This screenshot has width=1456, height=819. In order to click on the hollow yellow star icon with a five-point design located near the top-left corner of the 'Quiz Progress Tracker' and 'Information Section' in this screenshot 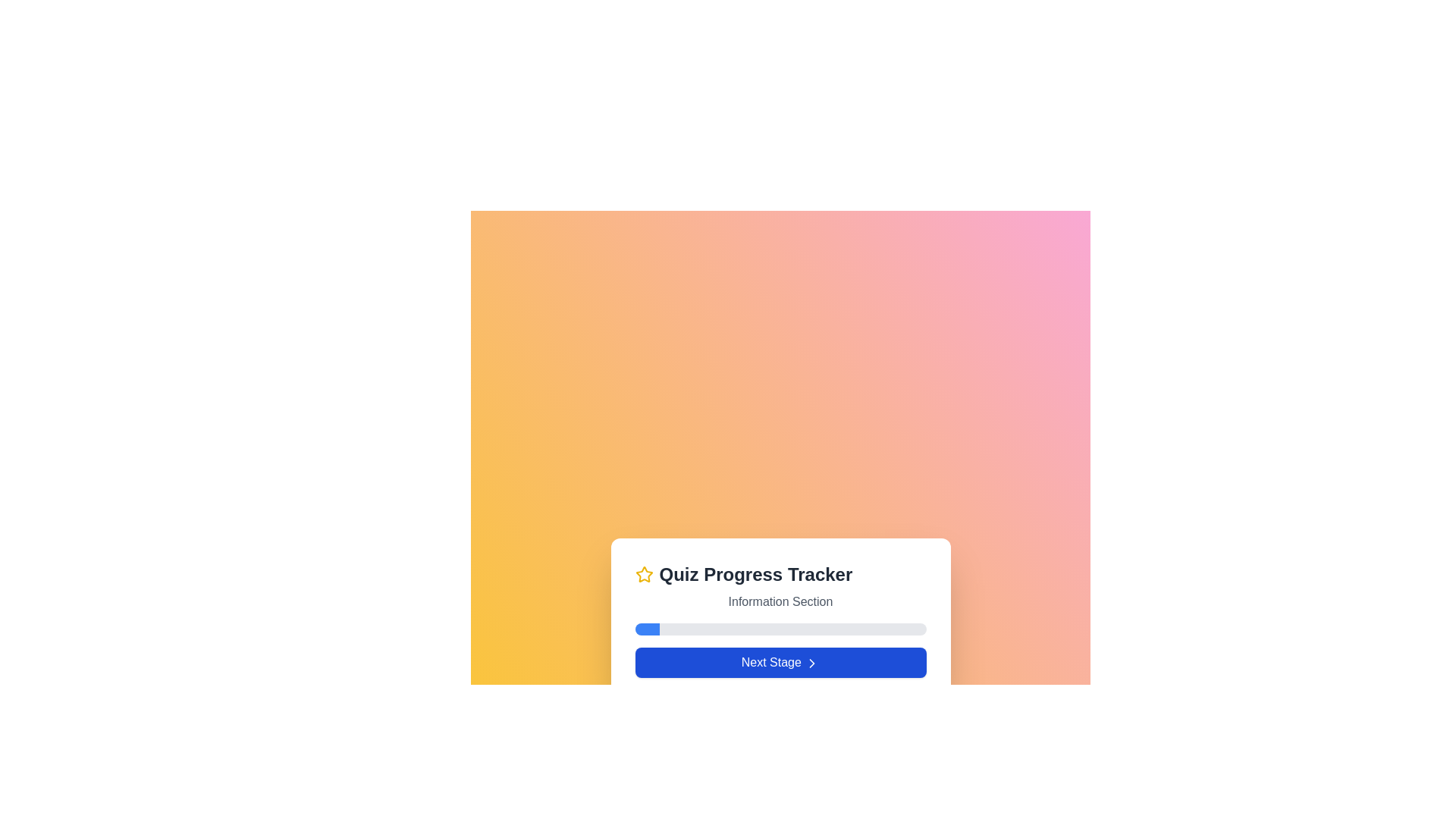, I will do `click(644, 574)`.